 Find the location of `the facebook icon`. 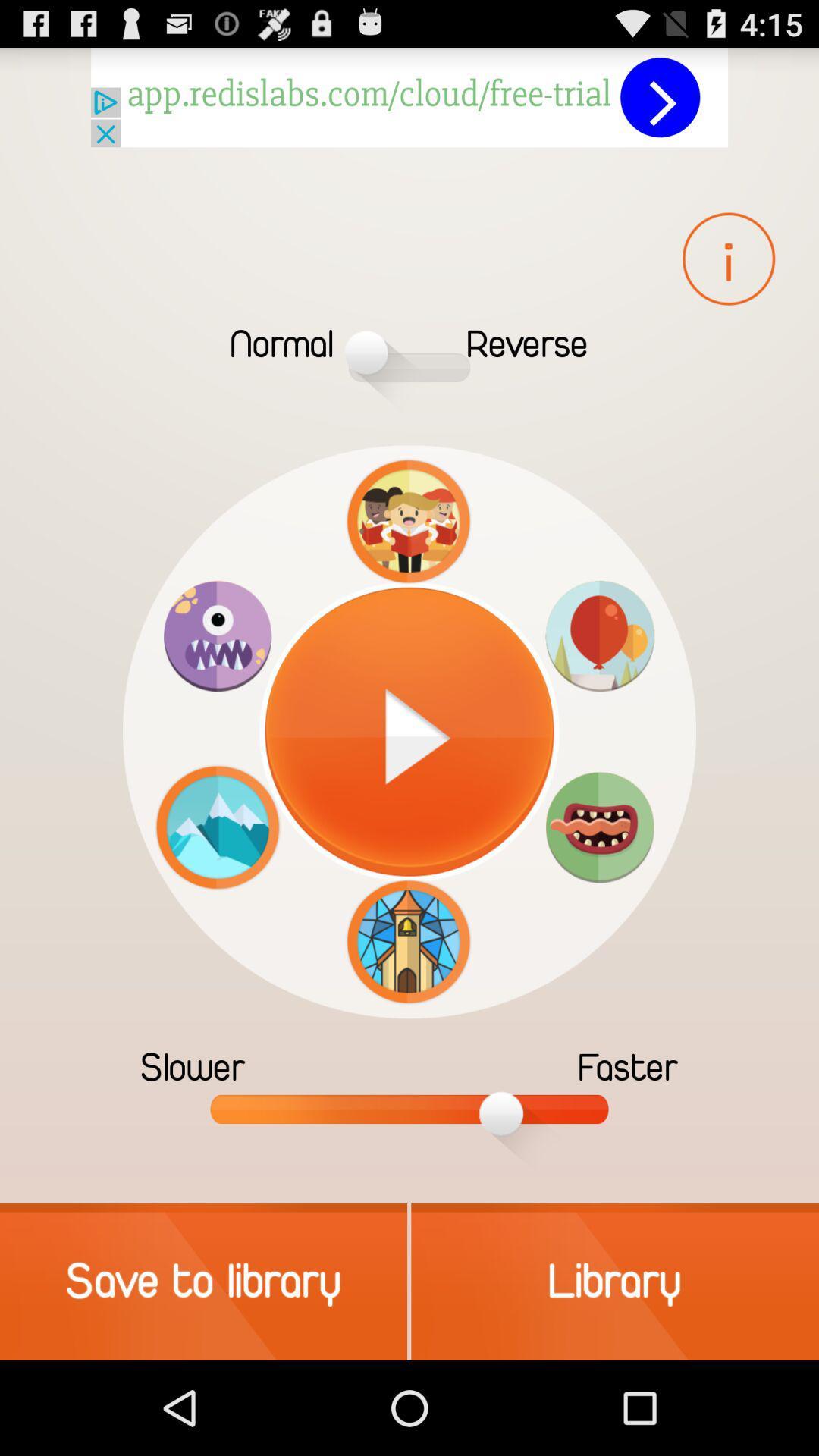

the facebook icon is located at coordinates (728, 277).